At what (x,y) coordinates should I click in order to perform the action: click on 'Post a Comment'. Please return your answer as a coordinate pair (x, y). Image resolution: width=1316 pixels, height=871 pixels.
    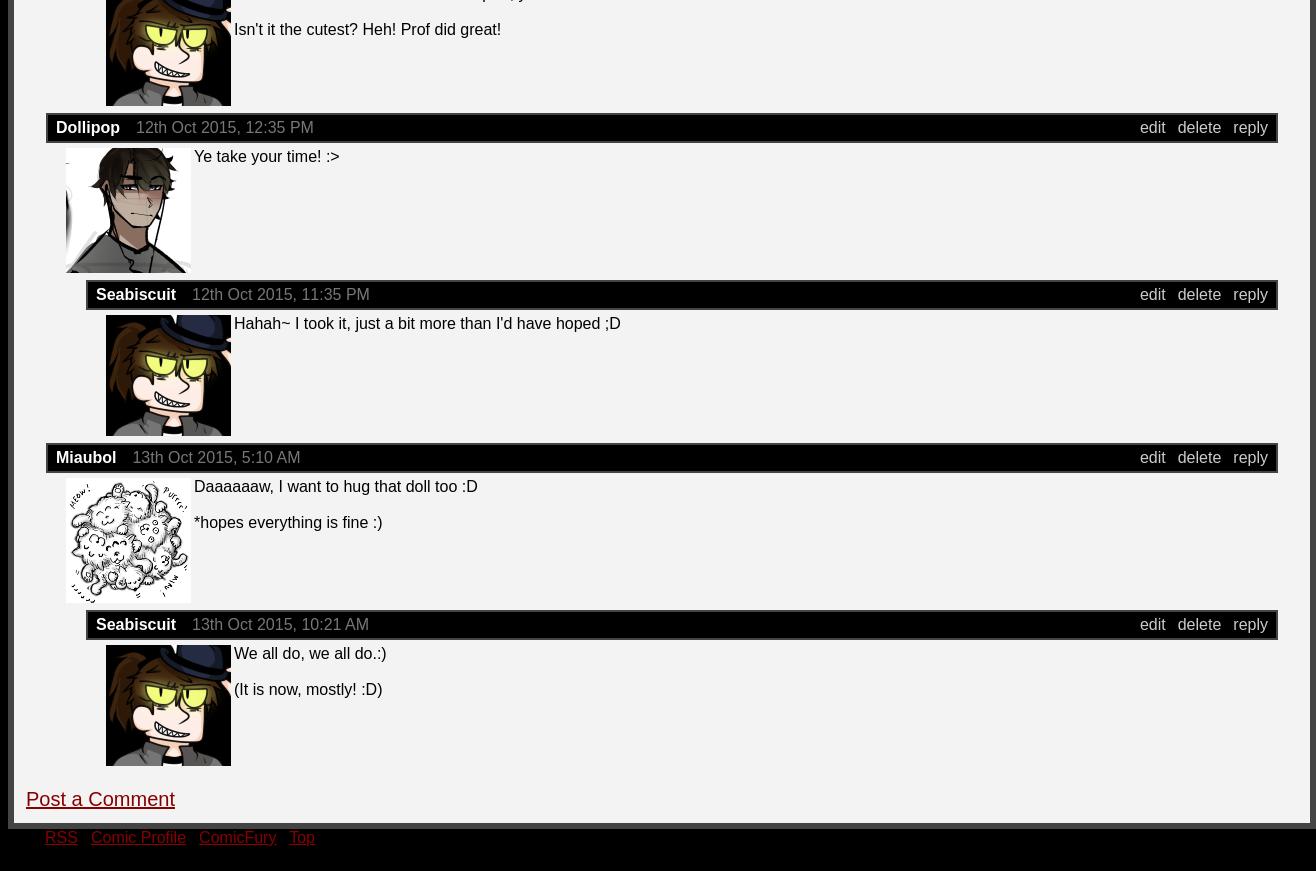
    Looking at the image, I should click on (26, 798).